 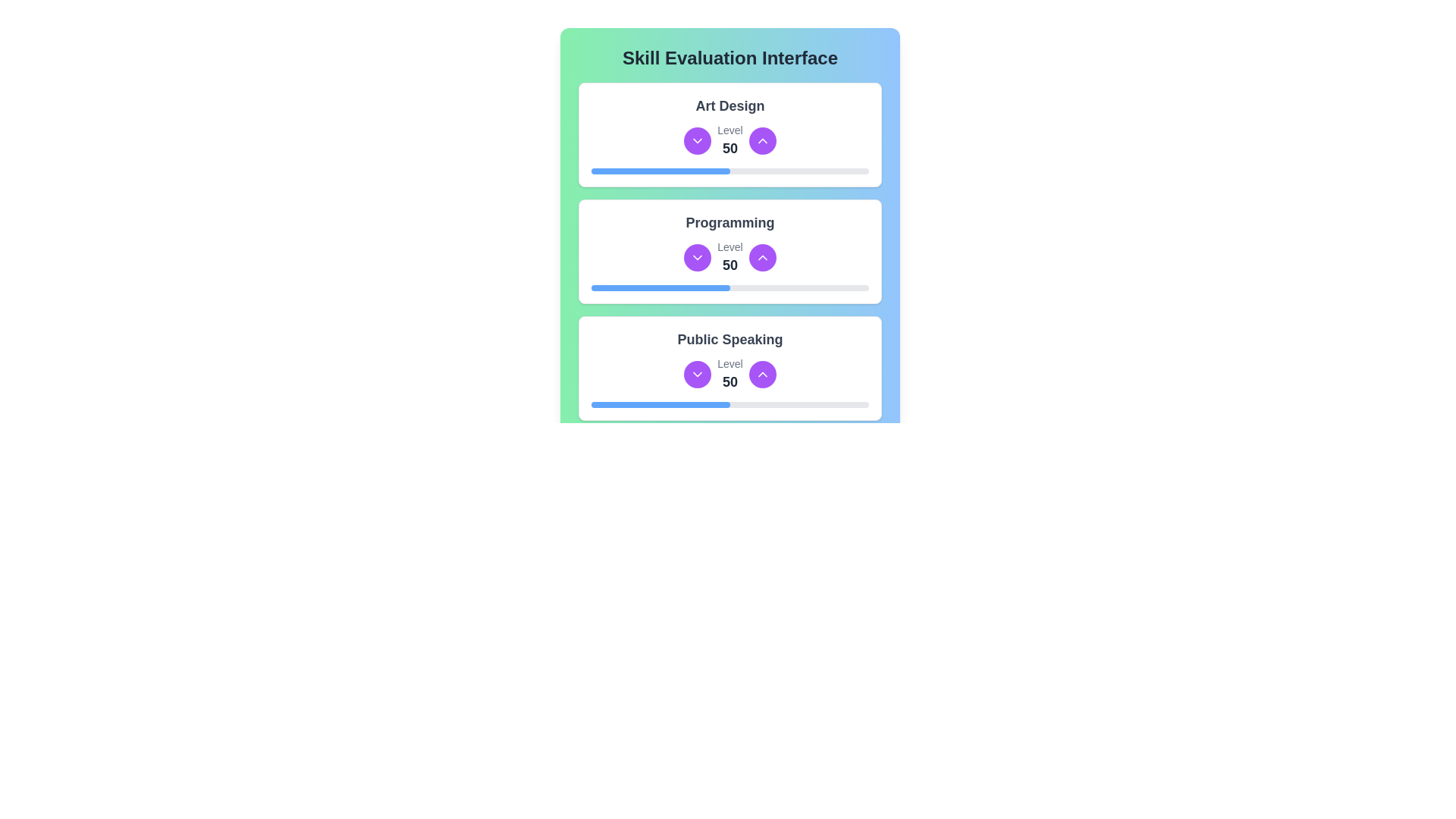 What do you see at coordinates (762, 491) in the screenshot?
I see `the circular purple button with a white chevron symbol in the bottom-right corner of the 'Public Speaking' section` at bounding box center [762, 491].